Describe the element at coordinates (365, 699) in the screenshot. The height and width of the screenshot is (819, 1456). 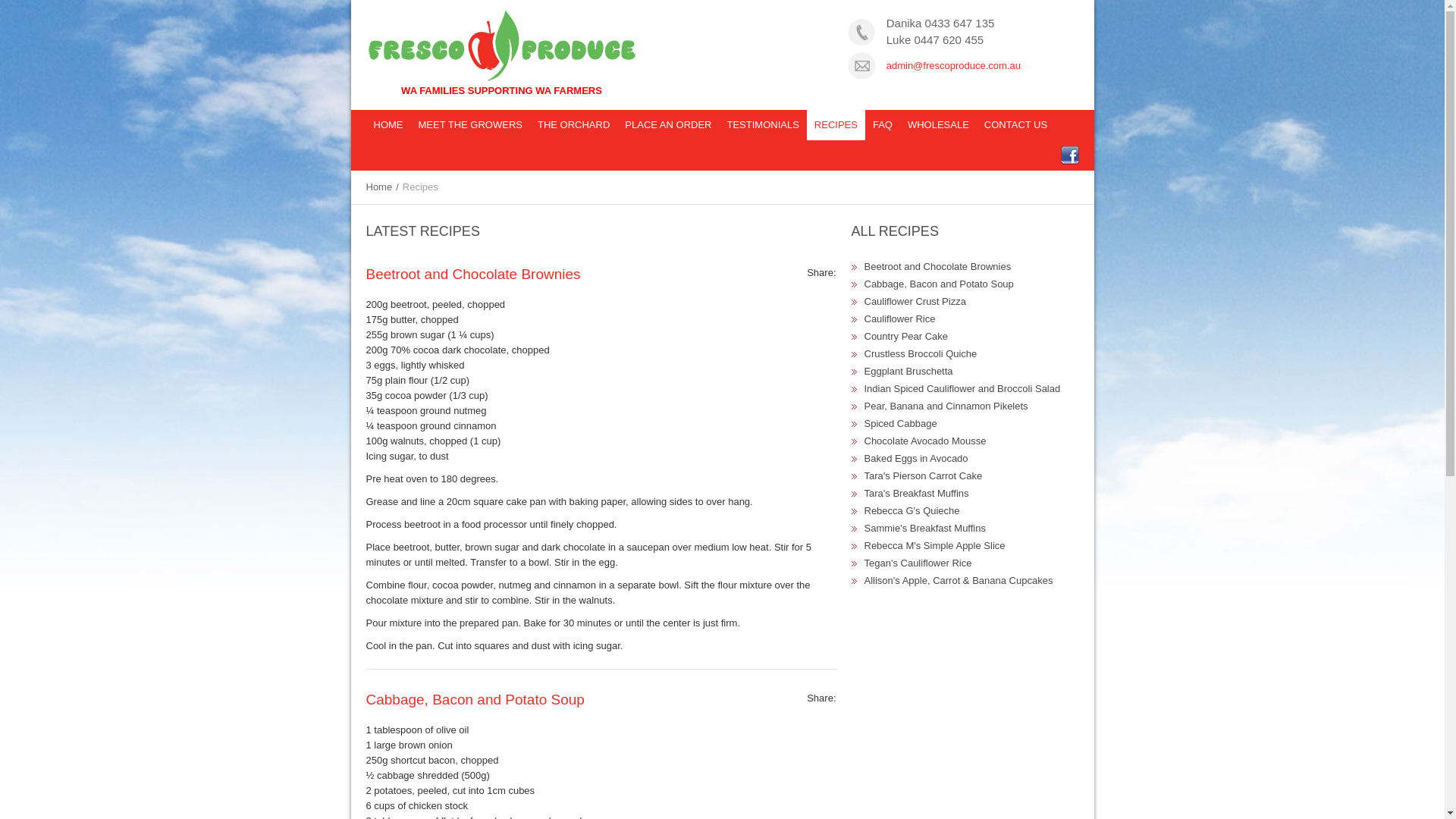
I see `'Cabbage, Bacon and Potato Soup'` at that location.